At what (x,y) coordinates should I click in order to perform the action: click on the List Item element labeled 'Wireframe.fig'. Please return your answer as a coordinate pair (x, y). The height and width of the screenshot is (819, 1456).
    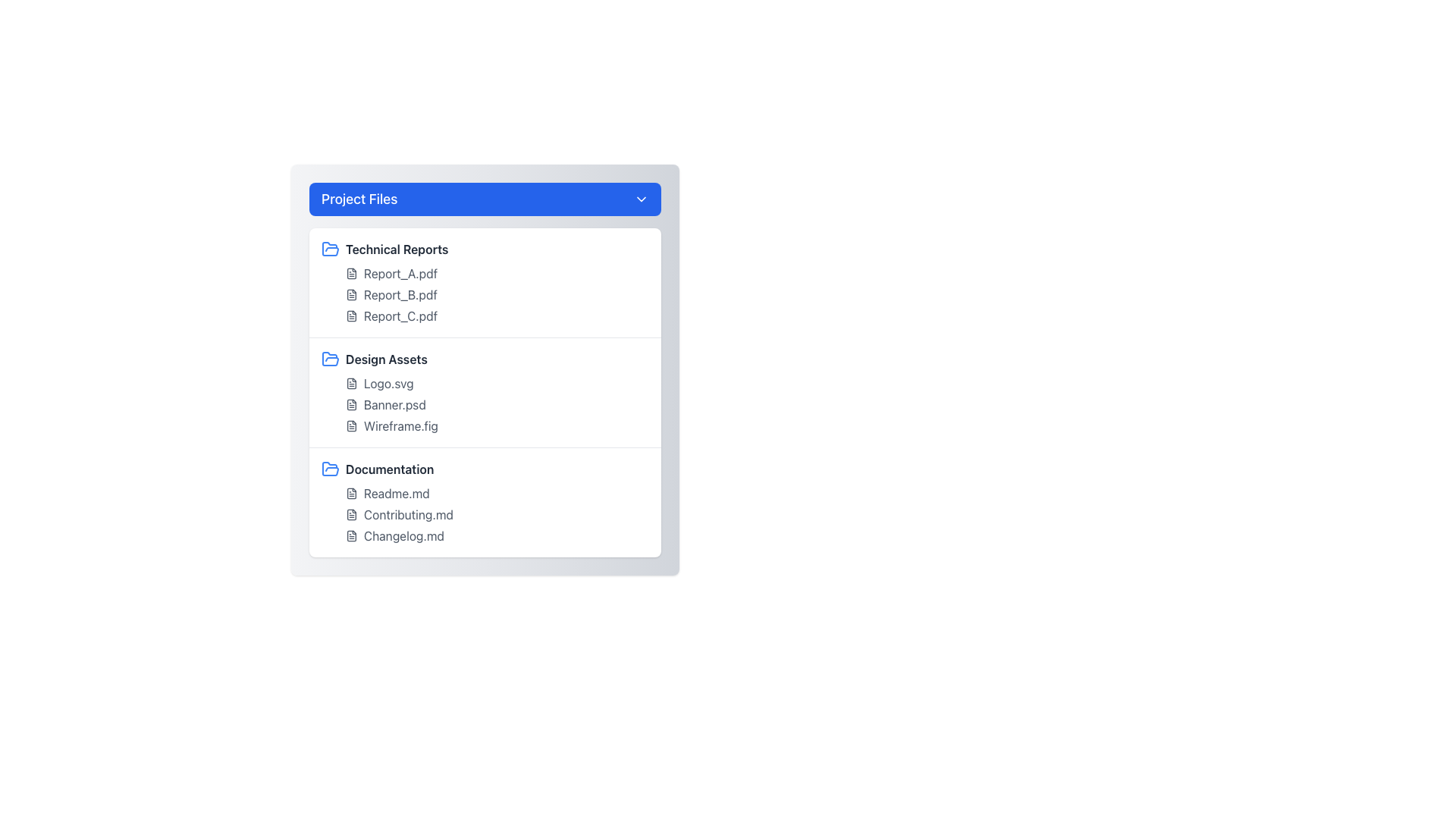
    Looking at the image, I should click on (497, 426).